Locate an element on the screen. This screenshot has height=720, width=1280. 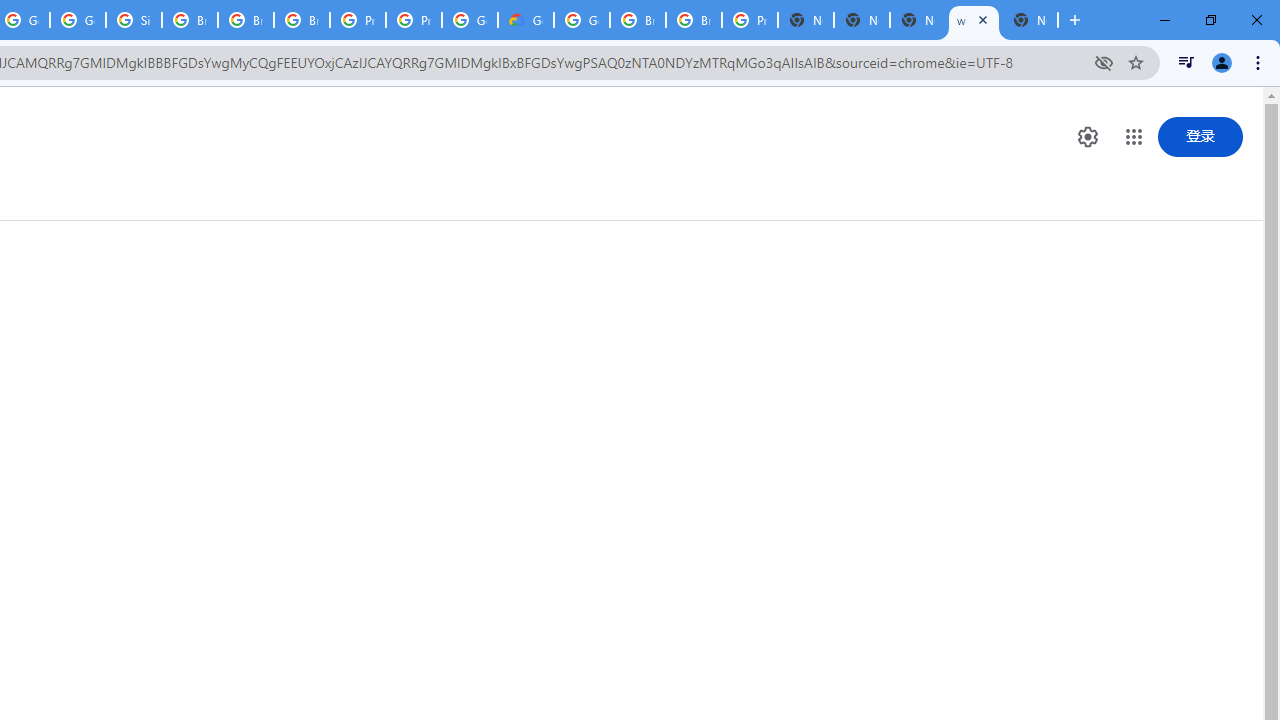
'Browse Chrome as a guest - Computer - Google Chrome Help' is located at coordinates (637, 20).